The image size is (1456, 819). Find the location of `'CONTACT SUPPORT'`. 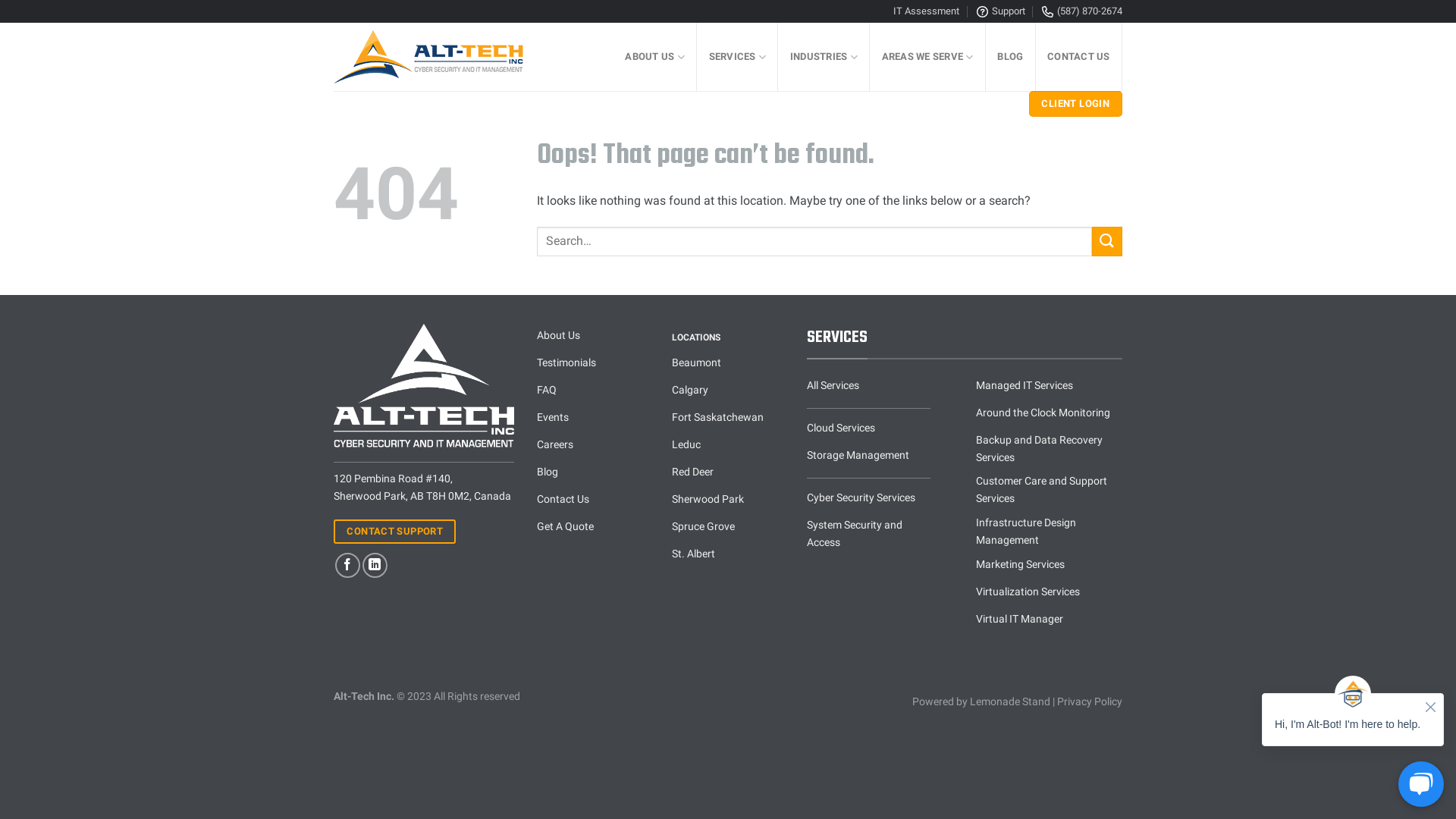

'CONTACT SUPPORT' is located at coordinates (394, 531).